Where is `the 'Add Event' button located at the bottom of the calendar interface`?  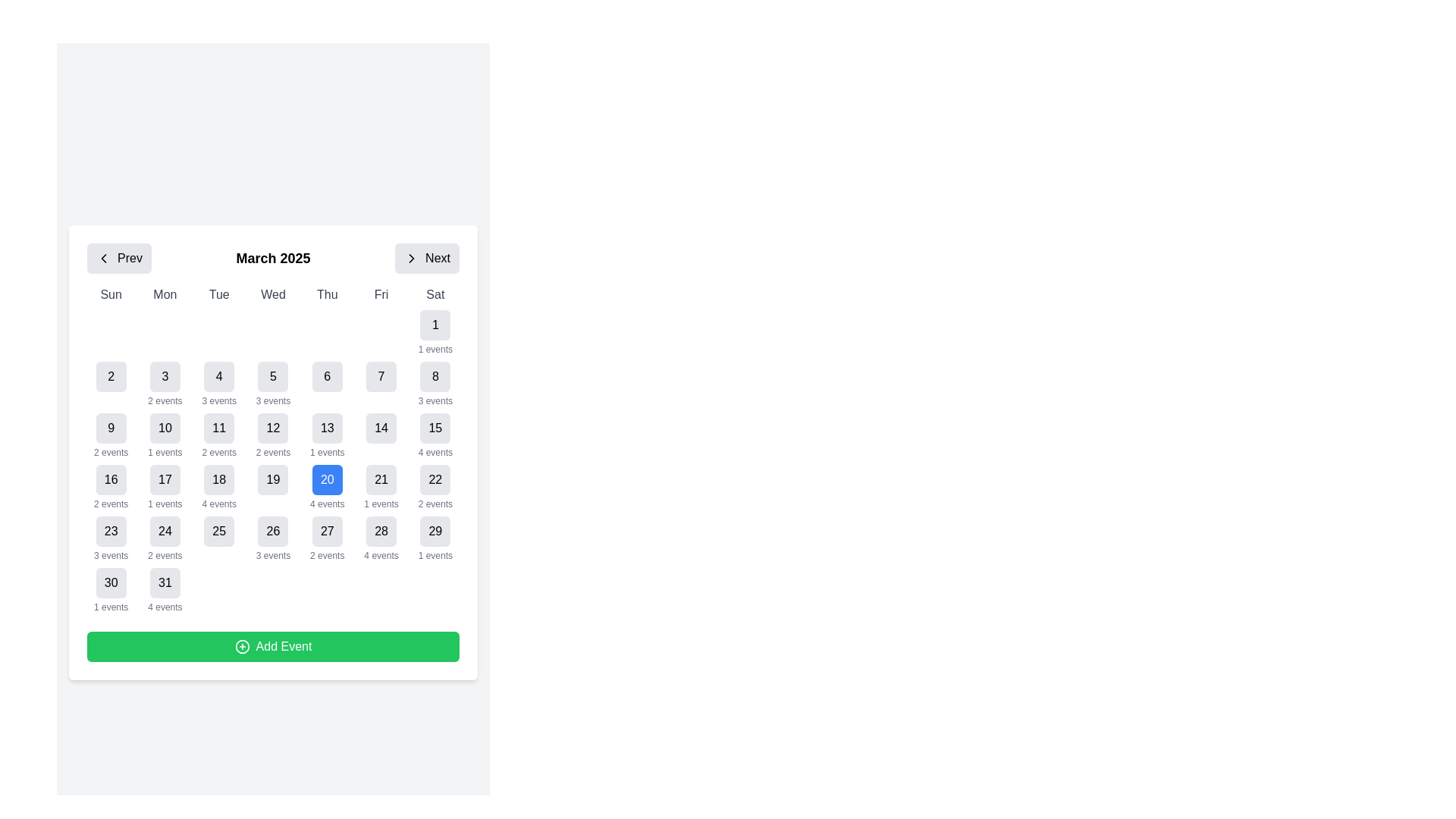 the 'Add Event' button located at the bottom of the calendar interface is located at coordinates (273, 646).